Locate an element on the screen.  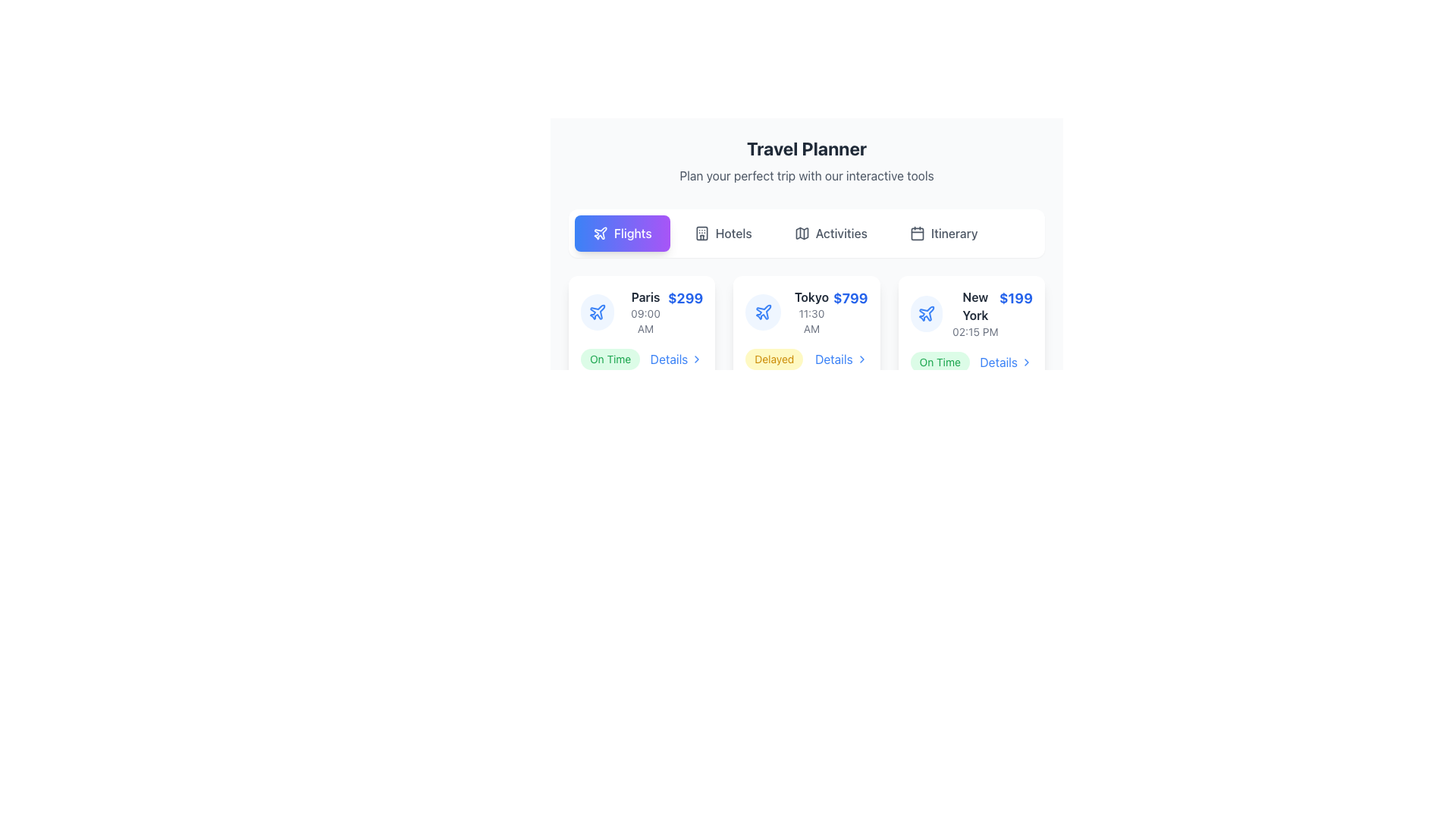
the airplane icon with a thin geometric outline, styled in blue, located in the upper-left portion of the flight card to Tokyo, between the Paris and New York flight cards is located at coordinates (763, 312).